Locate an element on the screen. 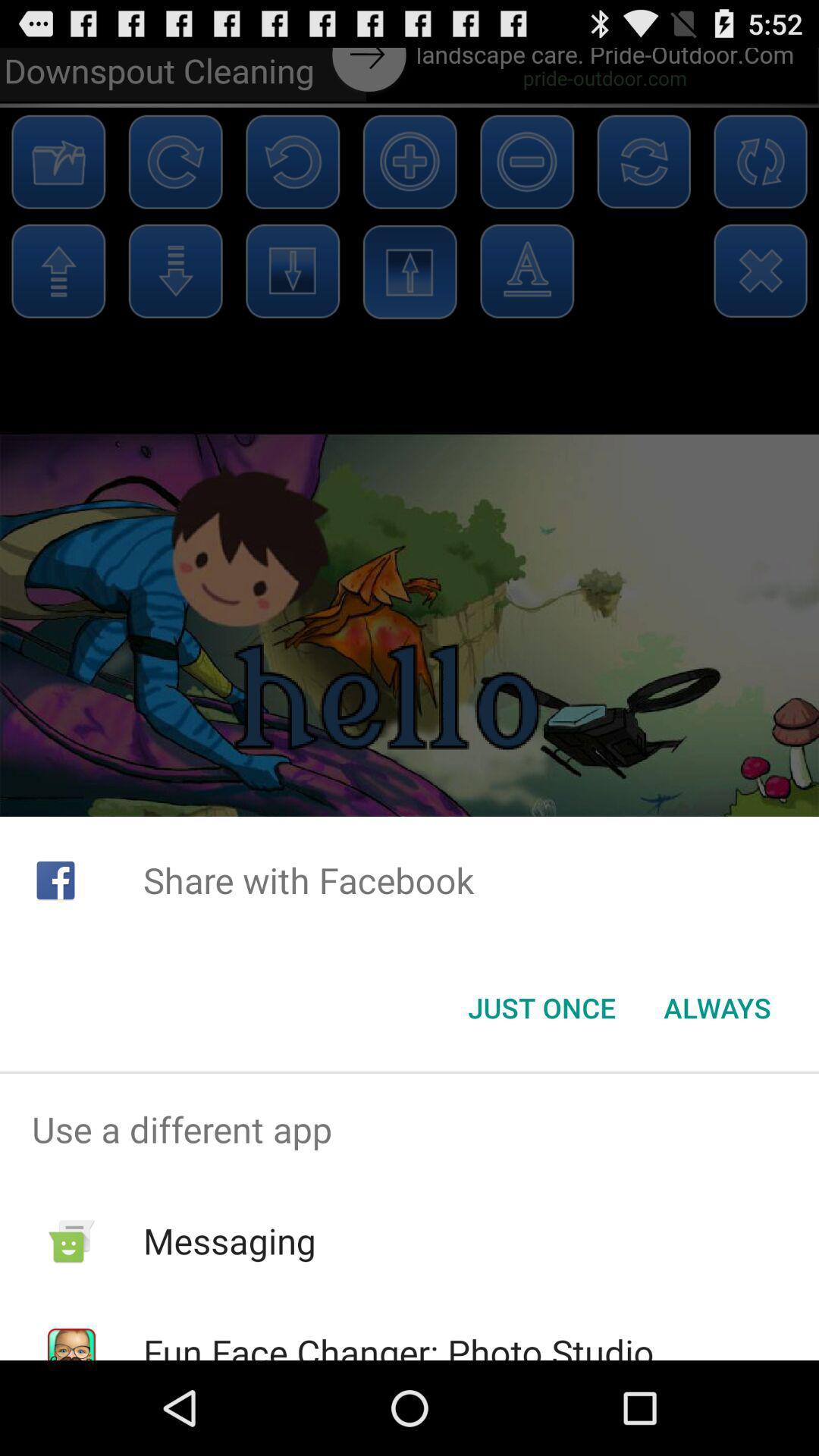 Image resolution: width=819 pixels, height=1456 pixels. the fun face changer icon is located at coordinates (397, 1344).